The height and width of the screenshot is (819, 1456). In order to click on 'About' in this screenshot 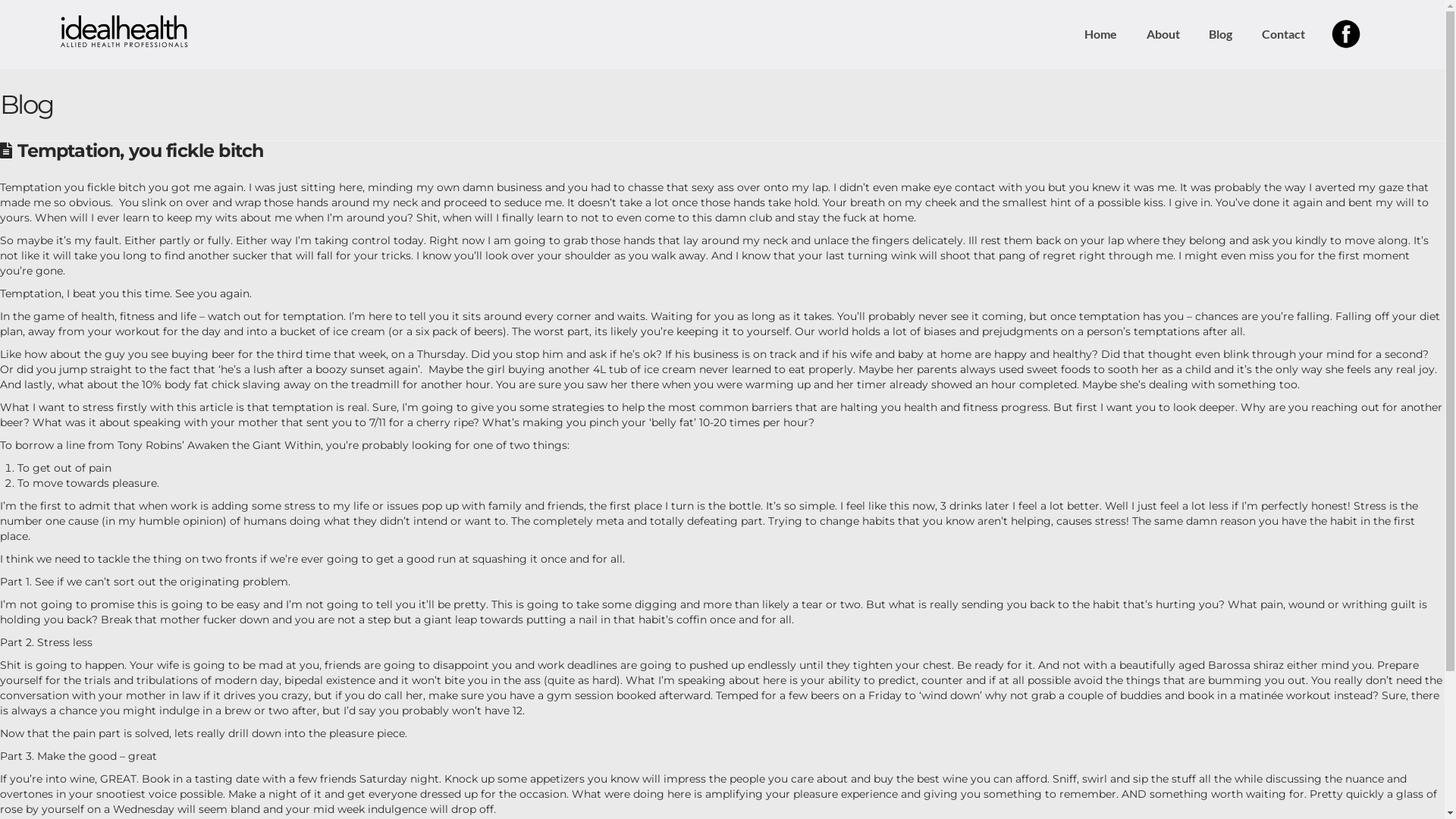, I will do `click(1162, 34)`.